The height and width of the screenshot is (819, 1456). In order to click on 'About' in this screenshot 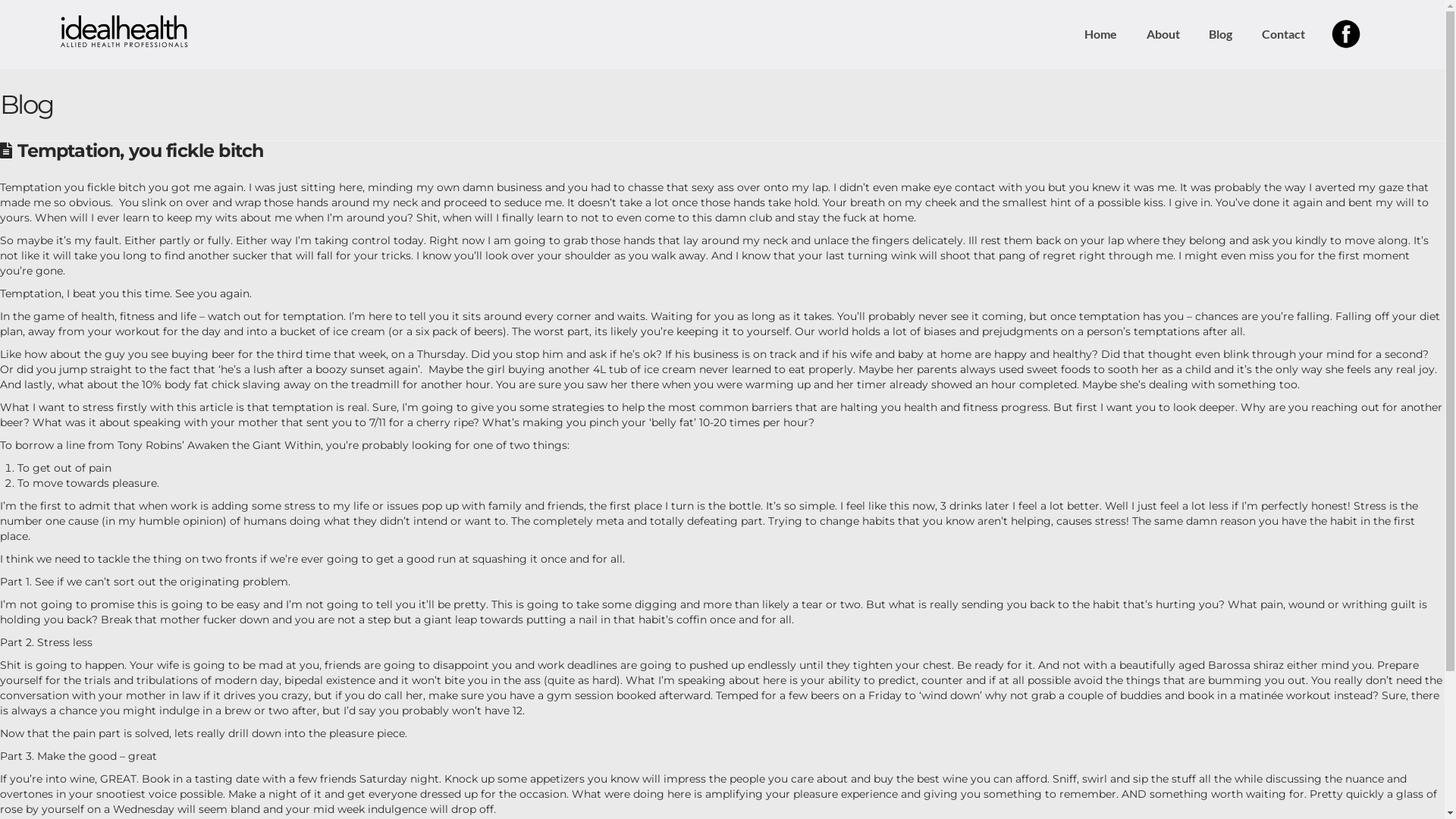, I will do `click(1162, 34)`.